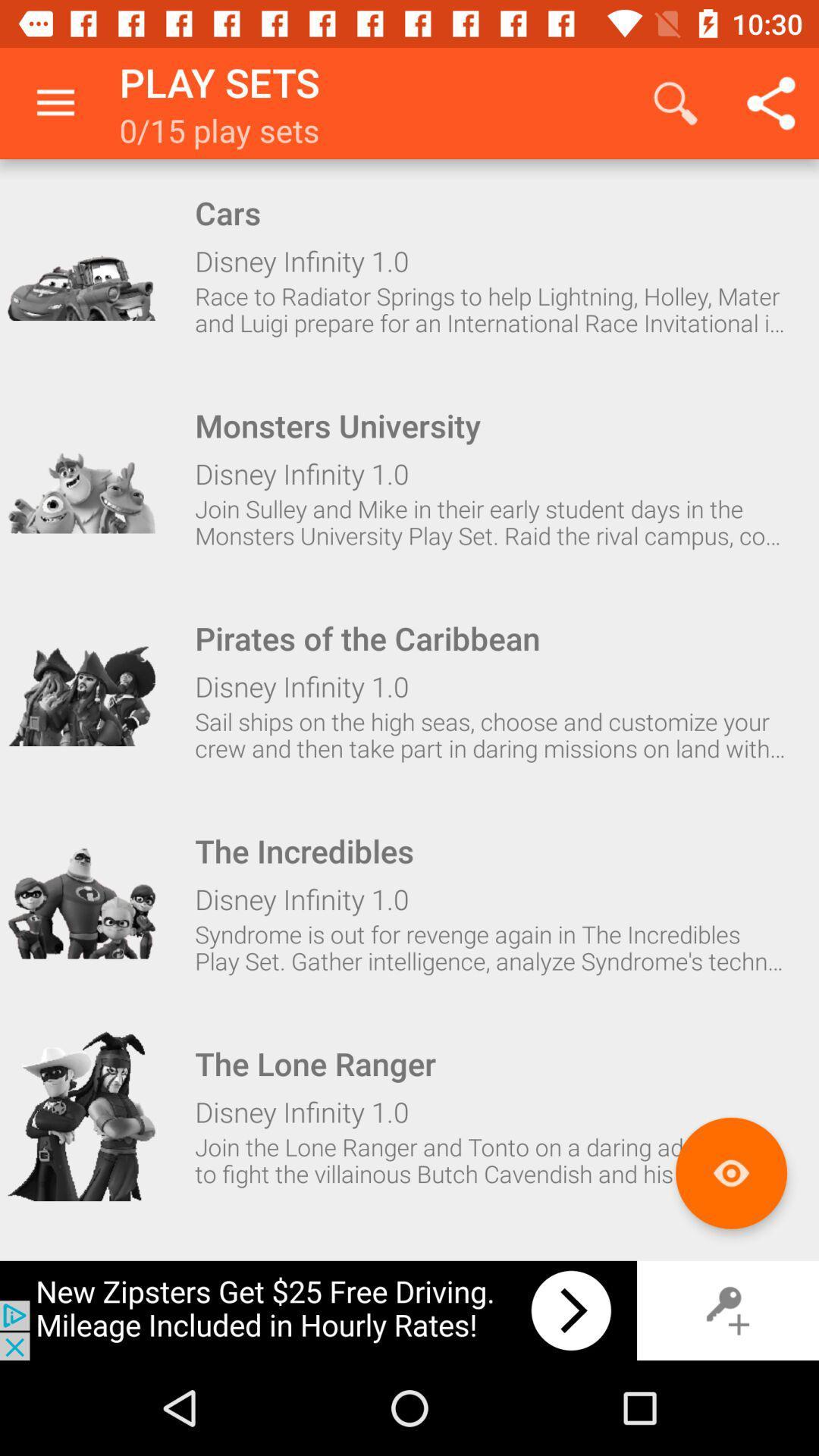  What do you see at coordinates (81, 477) in the screenshot?
I see `set` at bounding box center [81, 477].